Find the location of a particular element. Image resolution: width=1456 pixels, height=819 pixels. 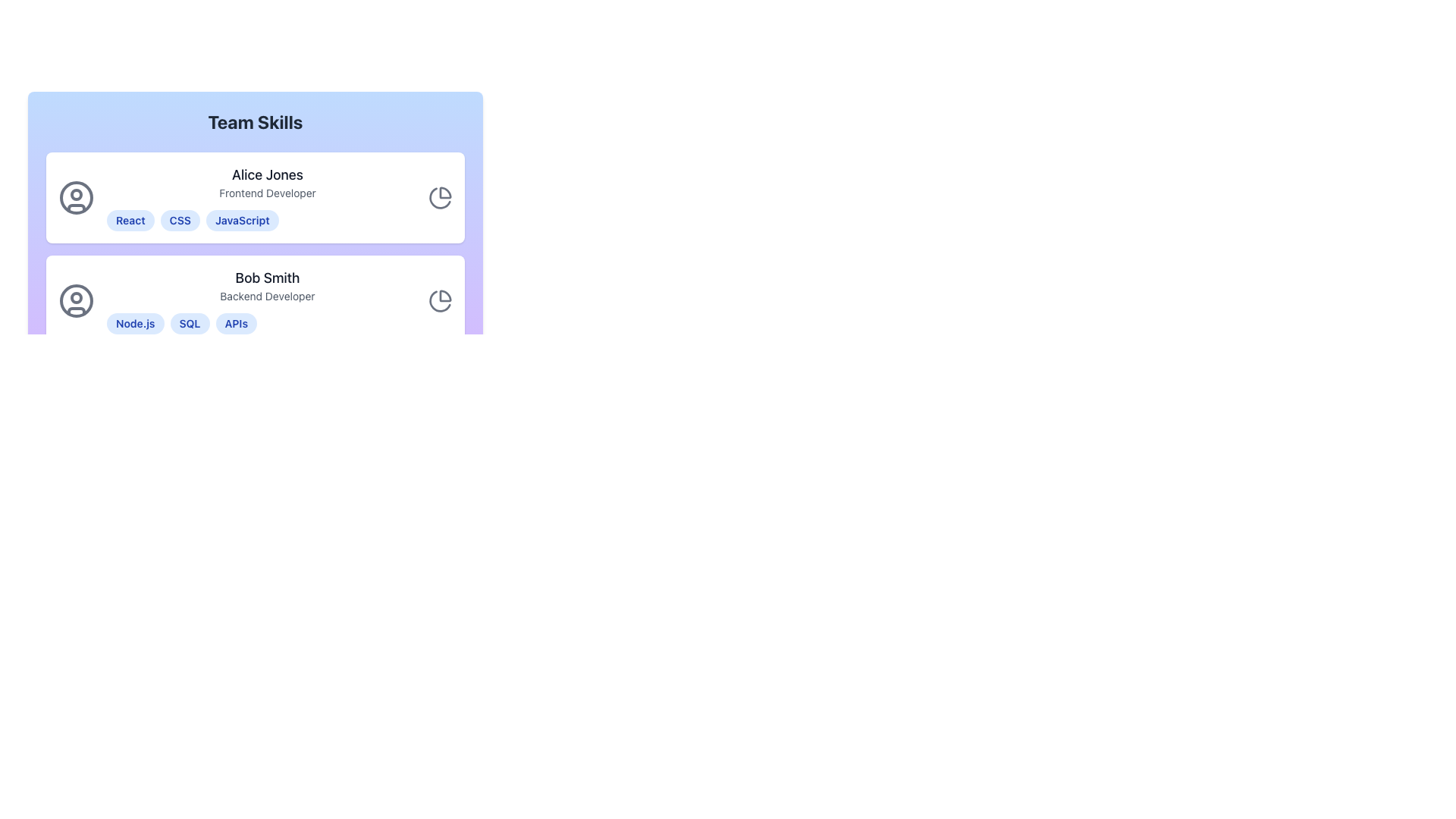

the curved line element at the bottom of the user profile icon for 'Bob Smith' in the second row of the interface is located at coordinates (75, 309).